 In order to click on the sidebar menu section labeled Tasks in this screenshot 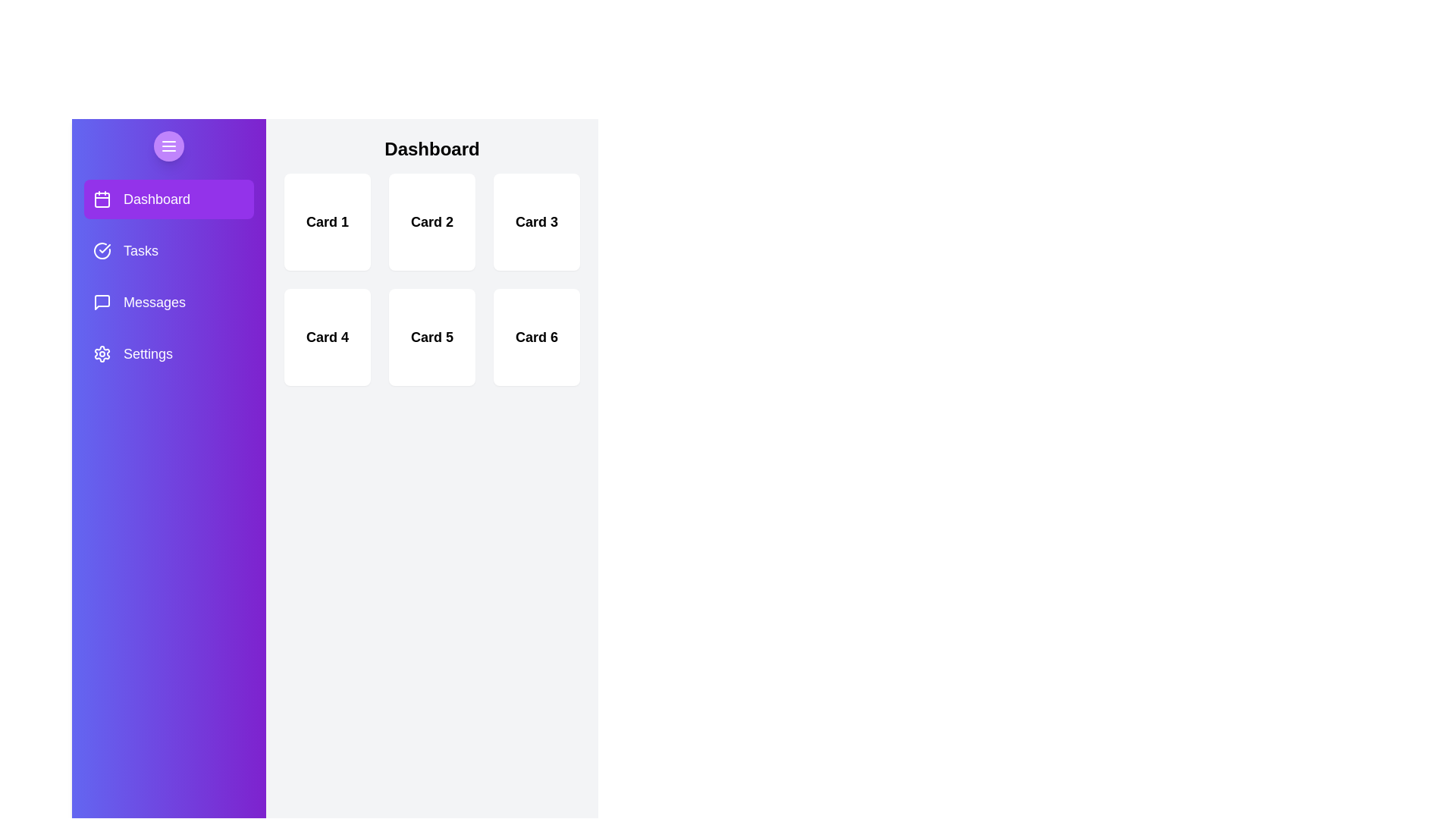, I will do `click(168, 250)`.